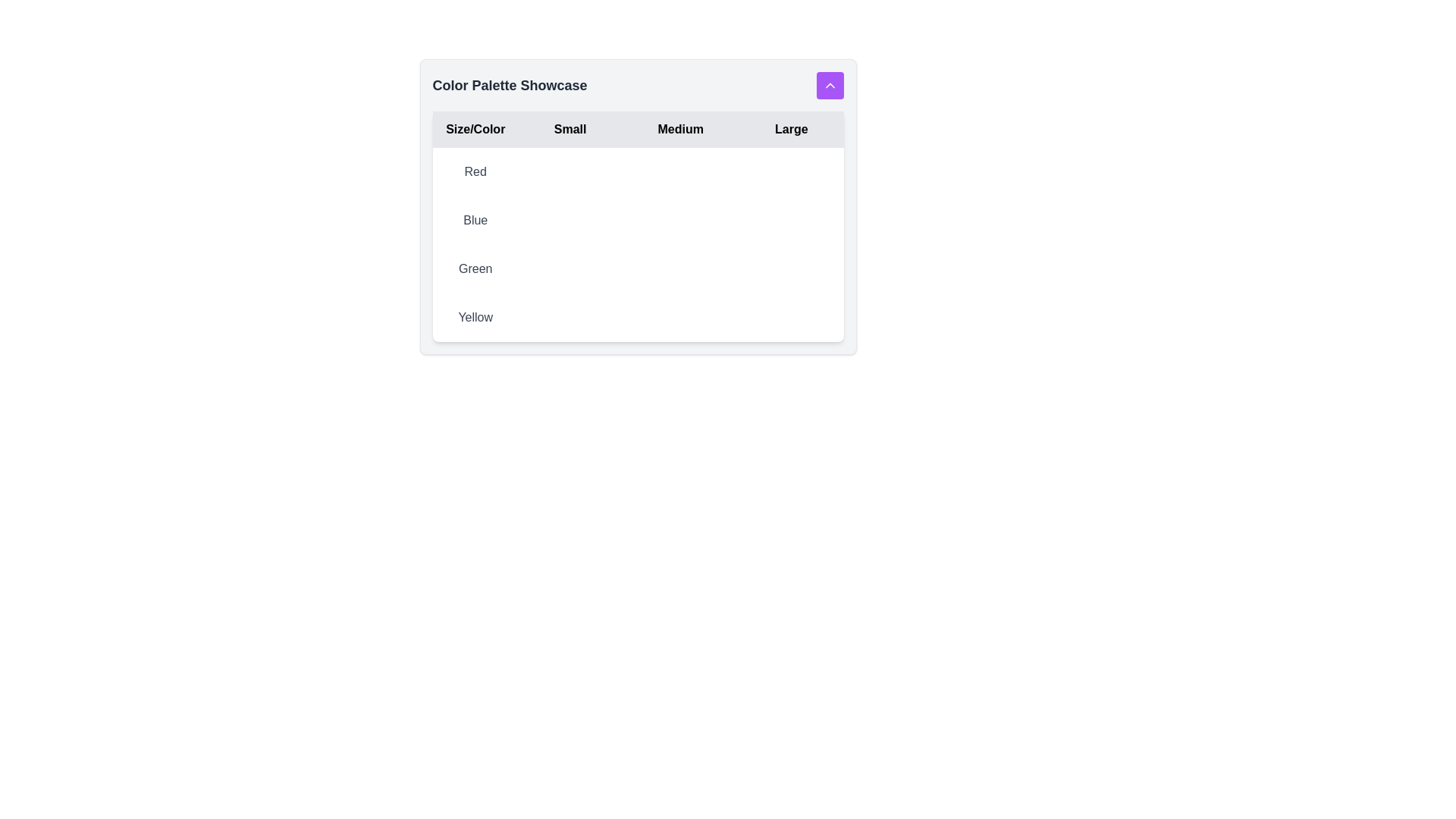  I want to click on the third row of the table labeled 'Green', which contains items of varying sizes and is located between the 'Blue' and 'Yellow' rows, so click(638, 268).